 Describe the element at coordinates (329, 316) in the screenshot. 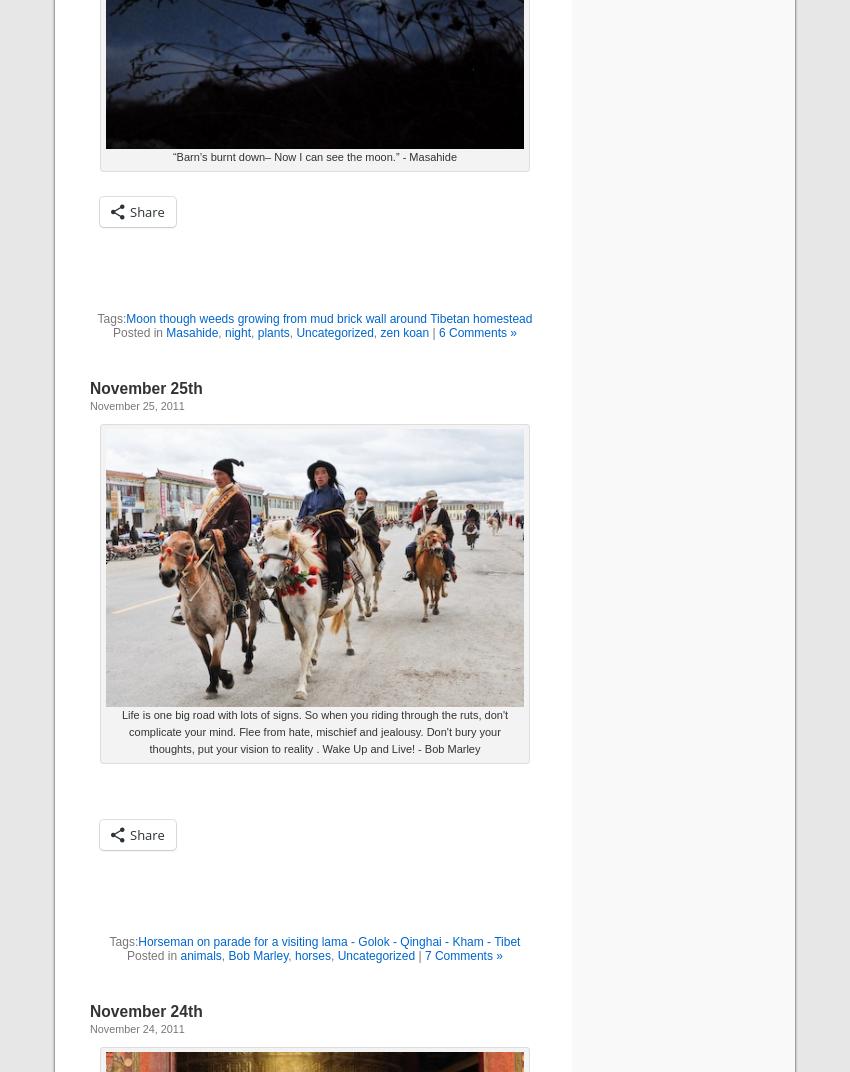

I see `'Moon though weeds growing from mud brick wall around Tibetan homestead'` at that location.